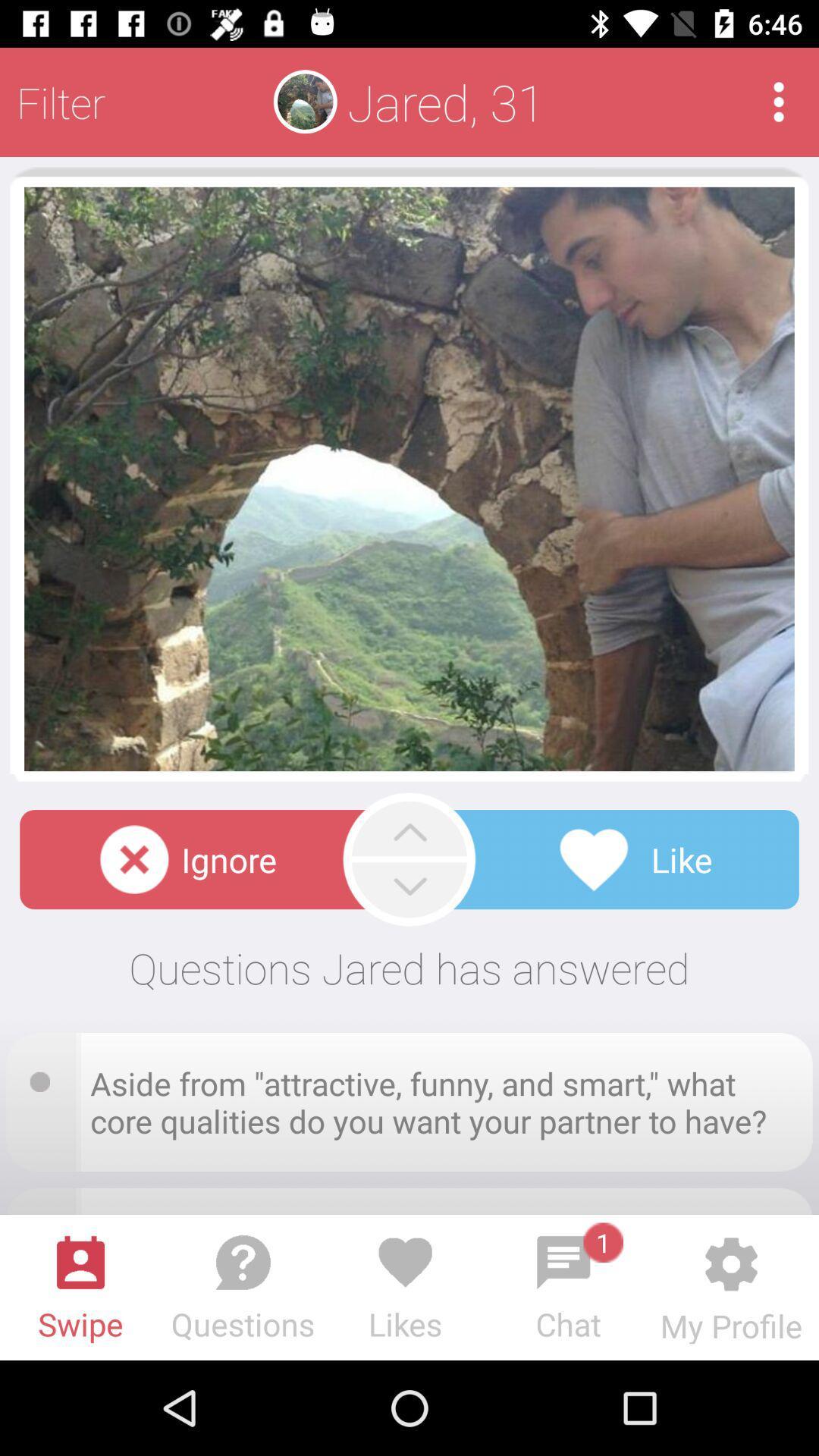 This screenshot has height=1456, width=819. What do you see at coordinates (445, 101) in the screenshot?
I see `jared, 31` at bounding box center [445, 101].